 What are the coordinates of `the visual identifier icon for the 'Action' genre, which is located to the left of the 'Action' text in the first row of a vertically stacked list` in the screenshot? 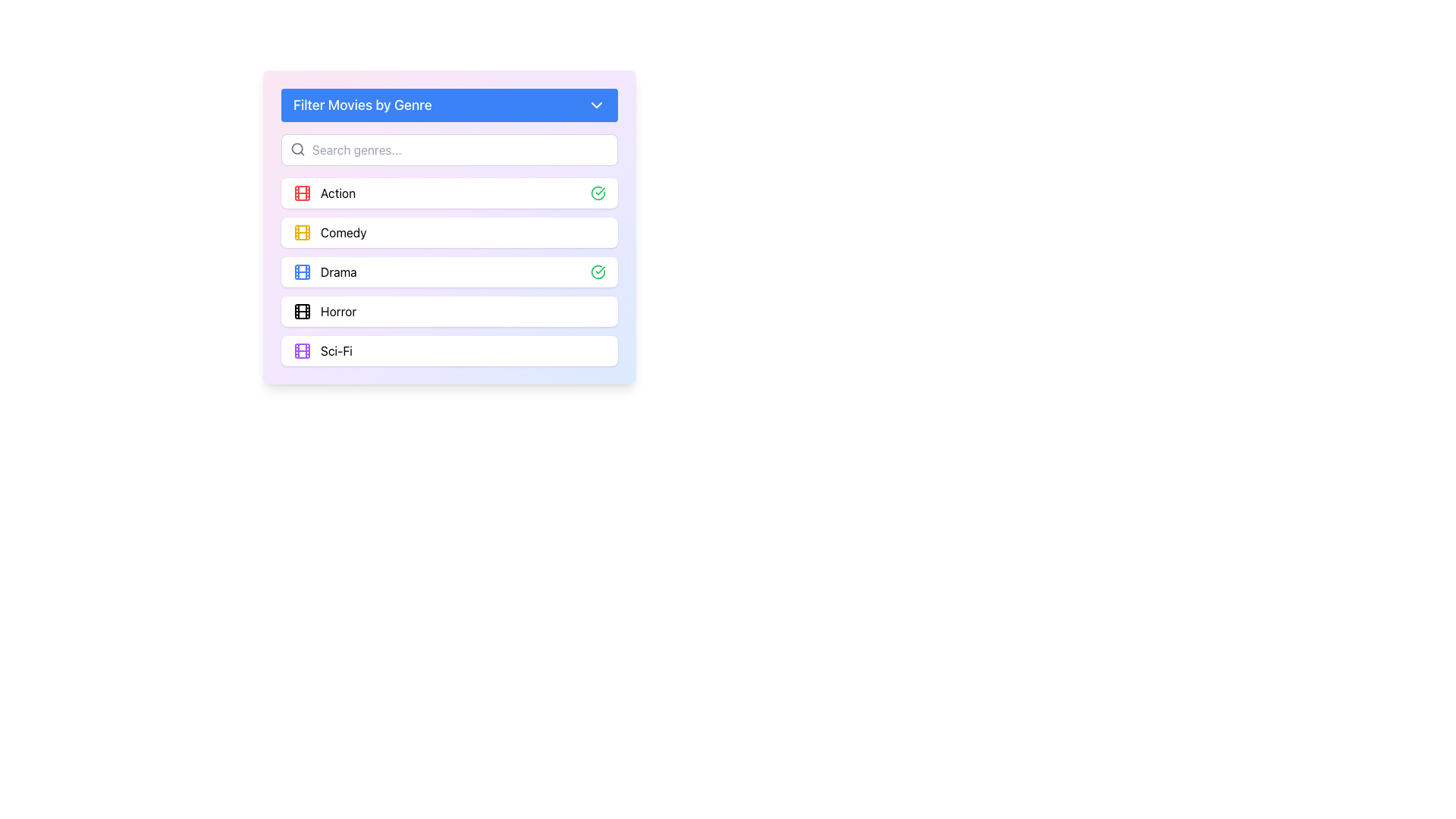 It's located at (302, 192).